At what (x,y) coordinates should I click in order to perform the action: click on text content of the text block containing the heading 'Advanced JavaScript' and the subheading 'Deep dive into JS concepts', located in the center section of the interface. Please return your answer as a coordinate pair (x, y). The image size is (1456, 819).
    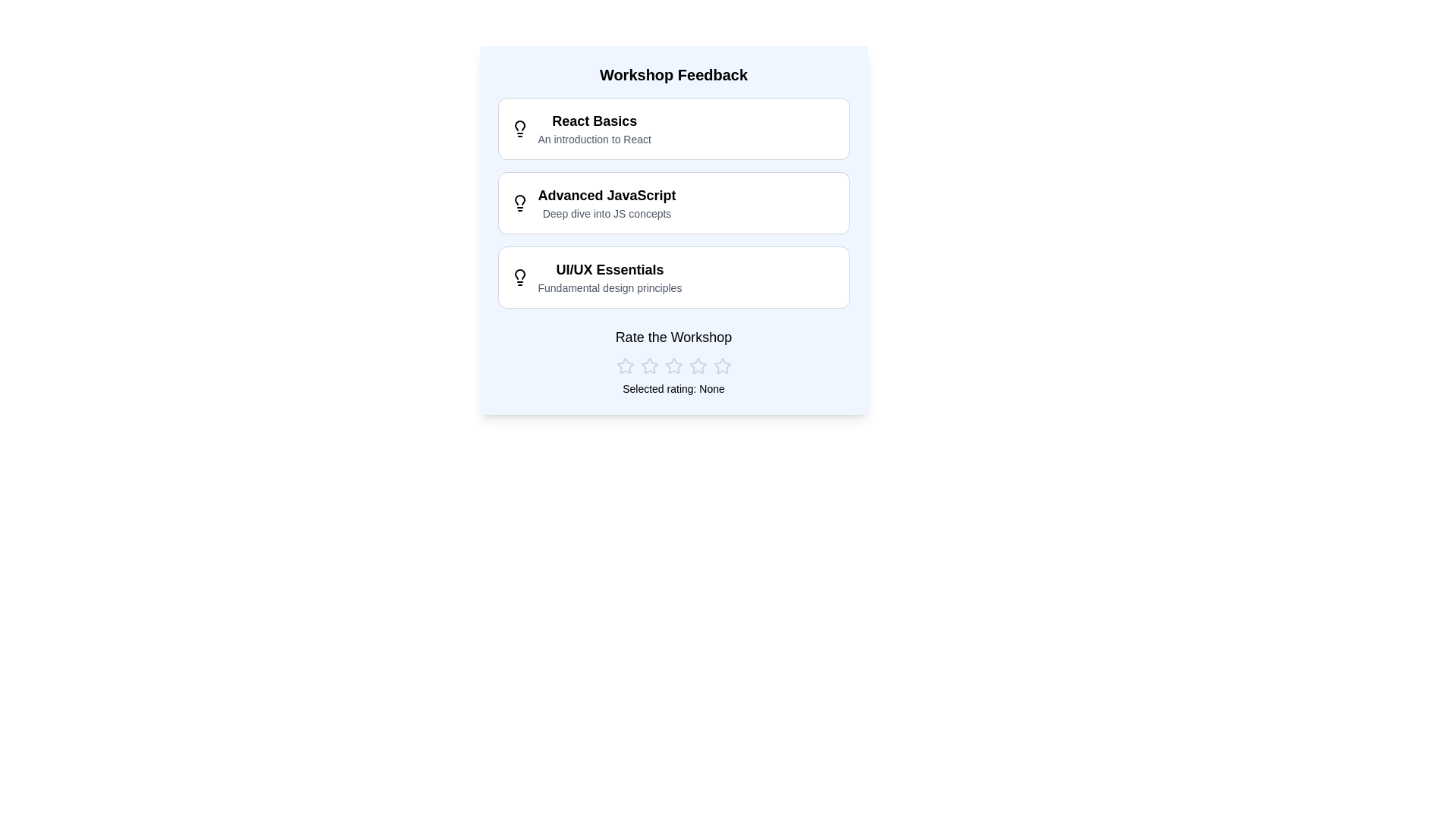
    Looking at the image, I should click on (607, 202).